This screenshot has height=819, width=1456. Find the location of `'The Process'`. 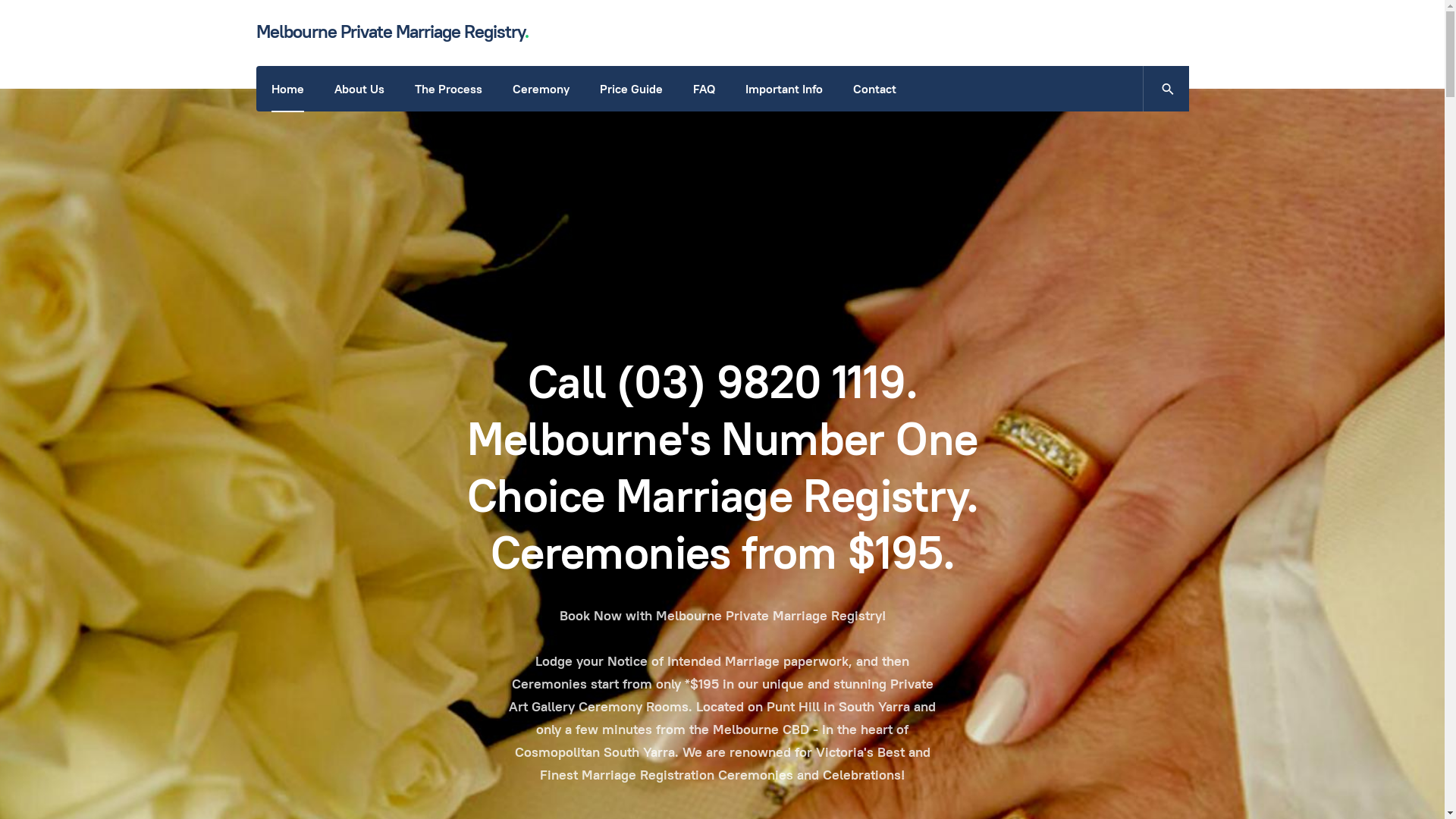

'The Process' is located at coordinates (447, 88).